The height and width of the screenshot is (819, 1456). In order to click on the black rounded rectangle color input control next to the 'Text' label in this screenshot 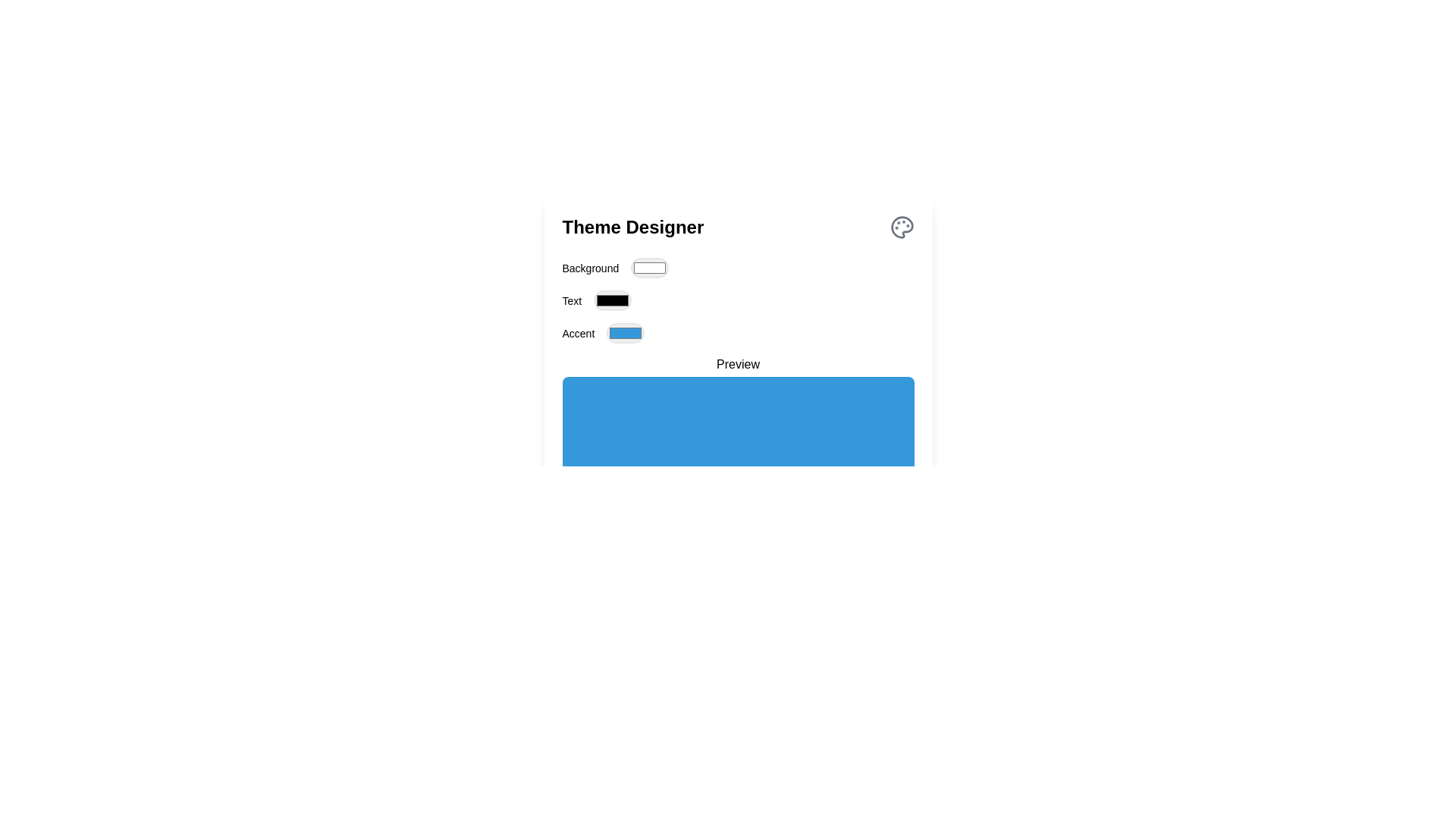, I will do `click(612, 300)`.